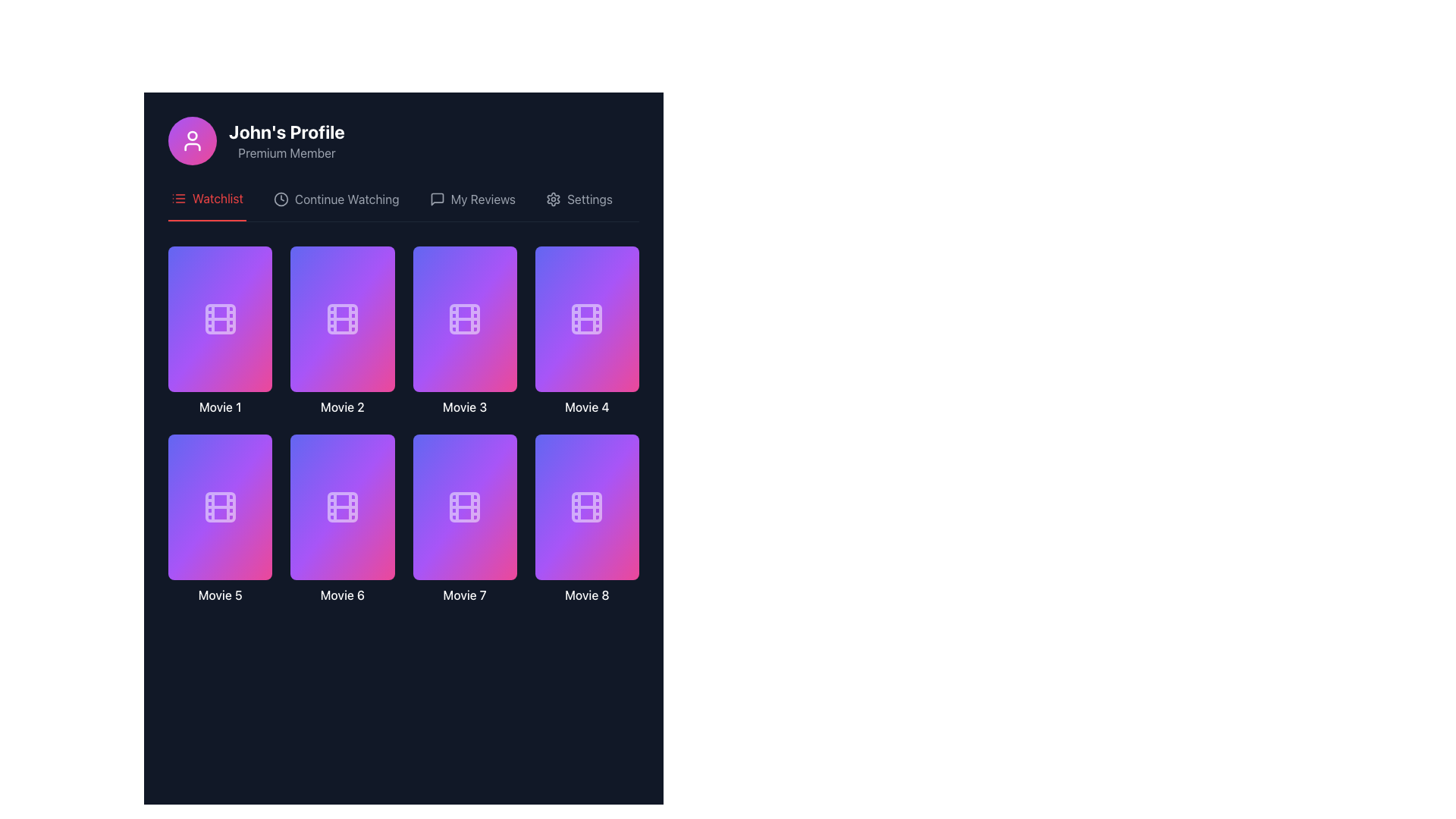 This screenshot has width=1456, height=819. I want to click on the play button for 'Movie 6' to trigger hover effects, so click(341, 519).